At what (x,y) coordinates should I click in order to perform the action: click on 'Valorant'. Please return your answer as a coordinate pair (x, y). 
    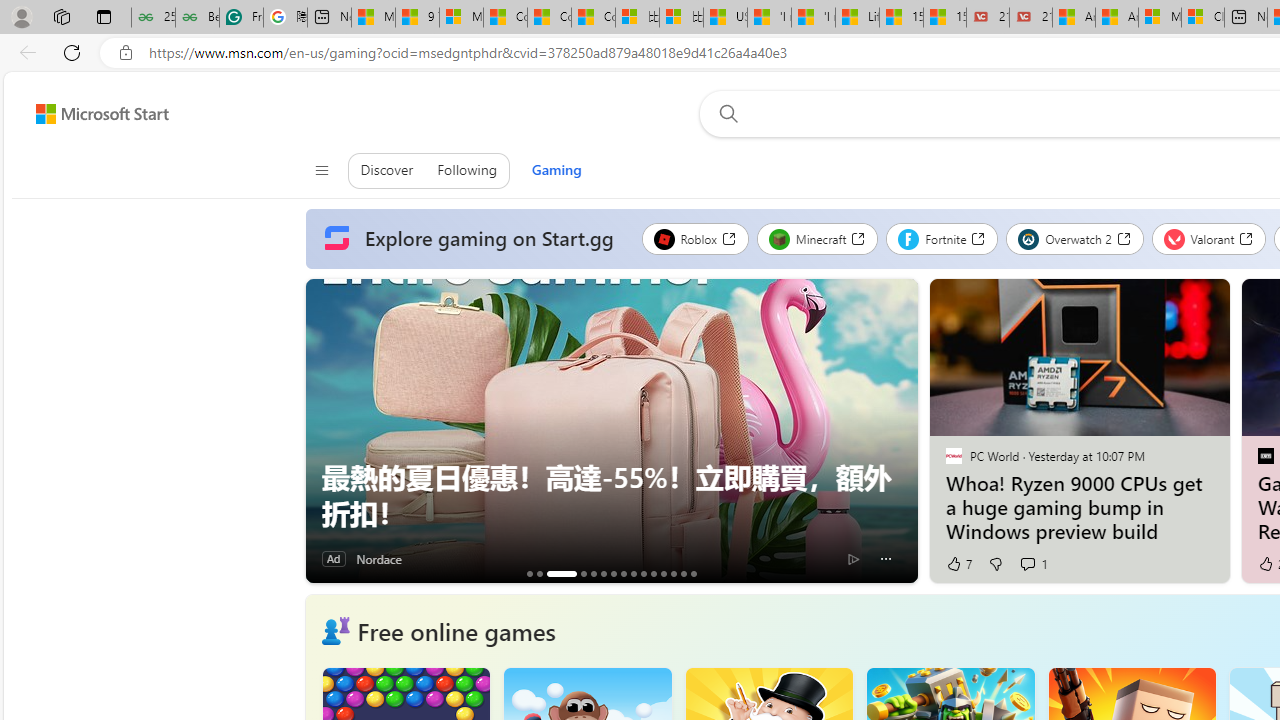
    Looking at the image, I should click on (1207, 238).